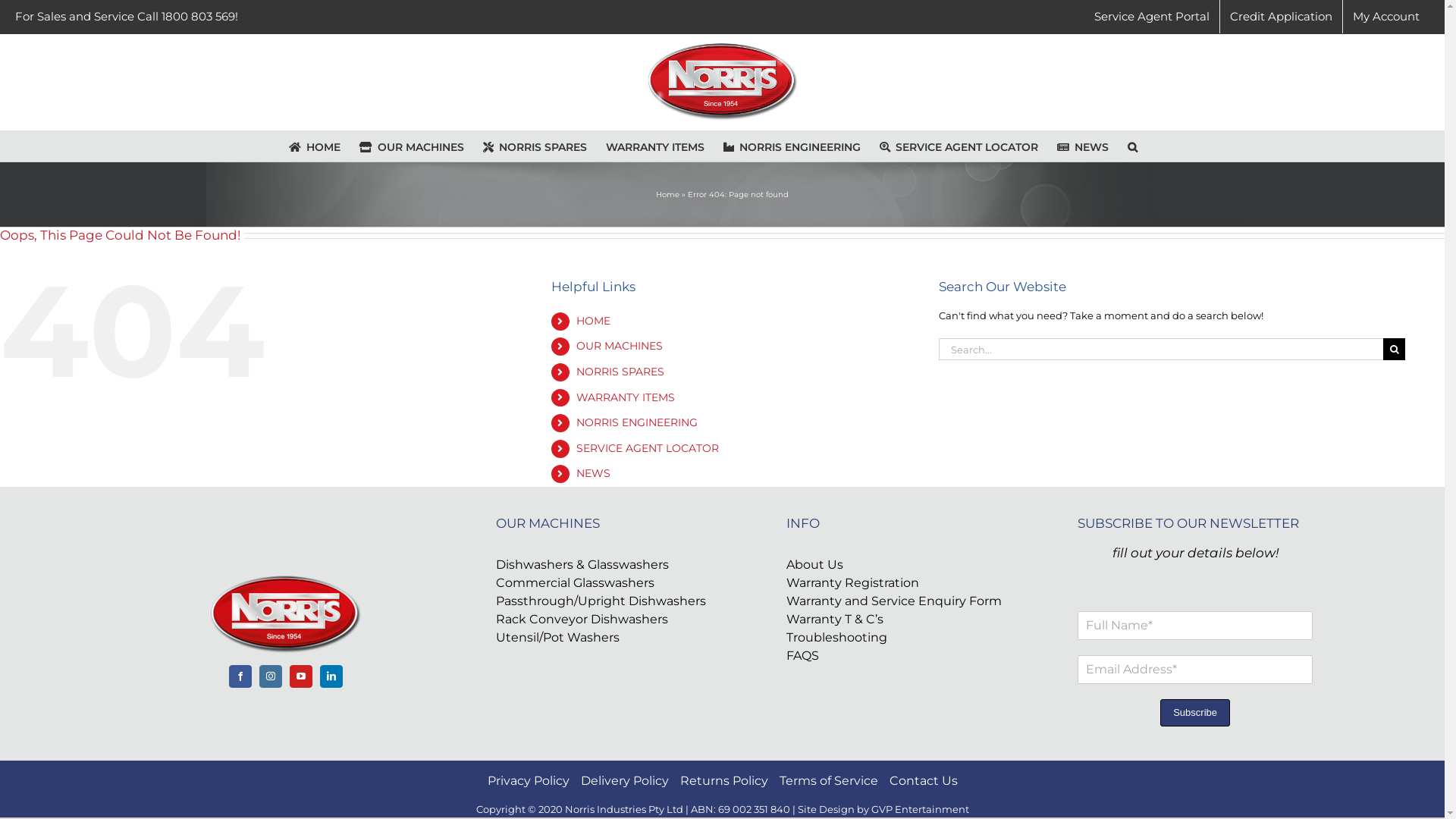 The height and width of the screenshot is (819, 1456). What do you see at coordinates (903, 601) in the screenshot?
I see `'Warranty and Service Enquiry Form'` at bounding box center [903, 601].